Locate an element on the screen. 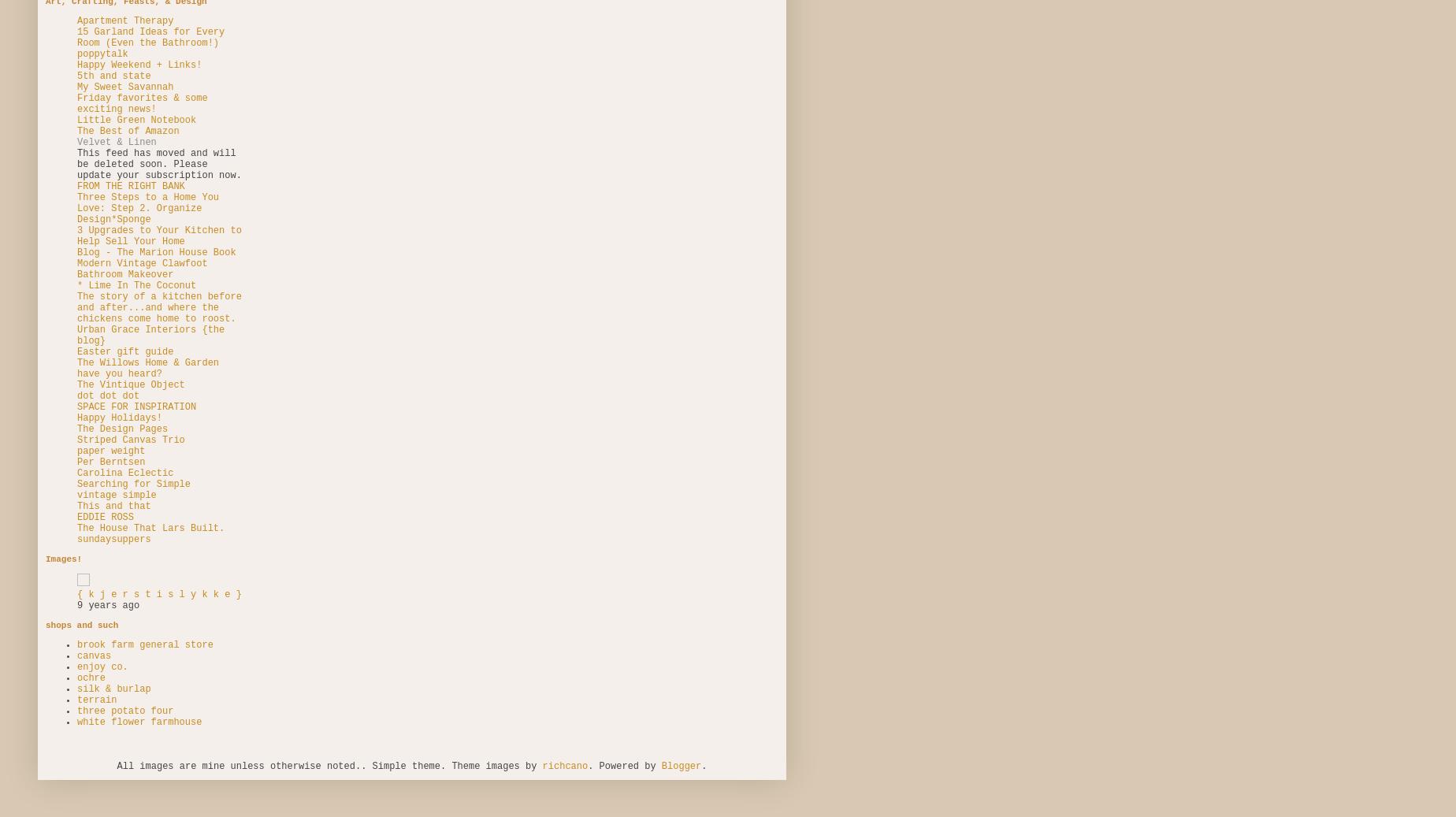 Image resolution: width=1456 pixels, height=817 pixels. 'Blog - The Marion House Book' is located at coordinates (156, 251).